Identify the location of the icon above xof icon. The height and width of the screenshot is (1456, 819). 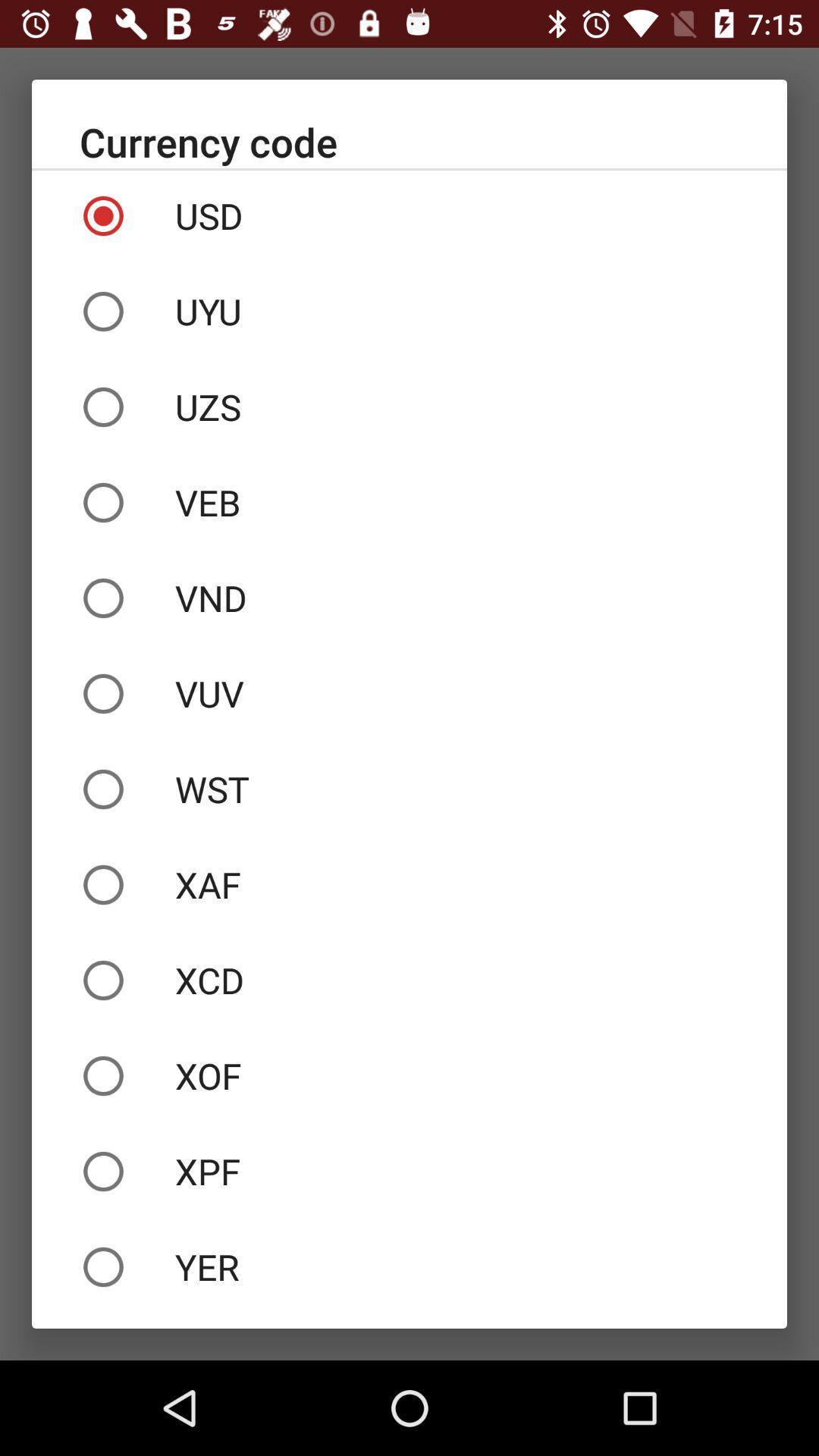
(409, 980).